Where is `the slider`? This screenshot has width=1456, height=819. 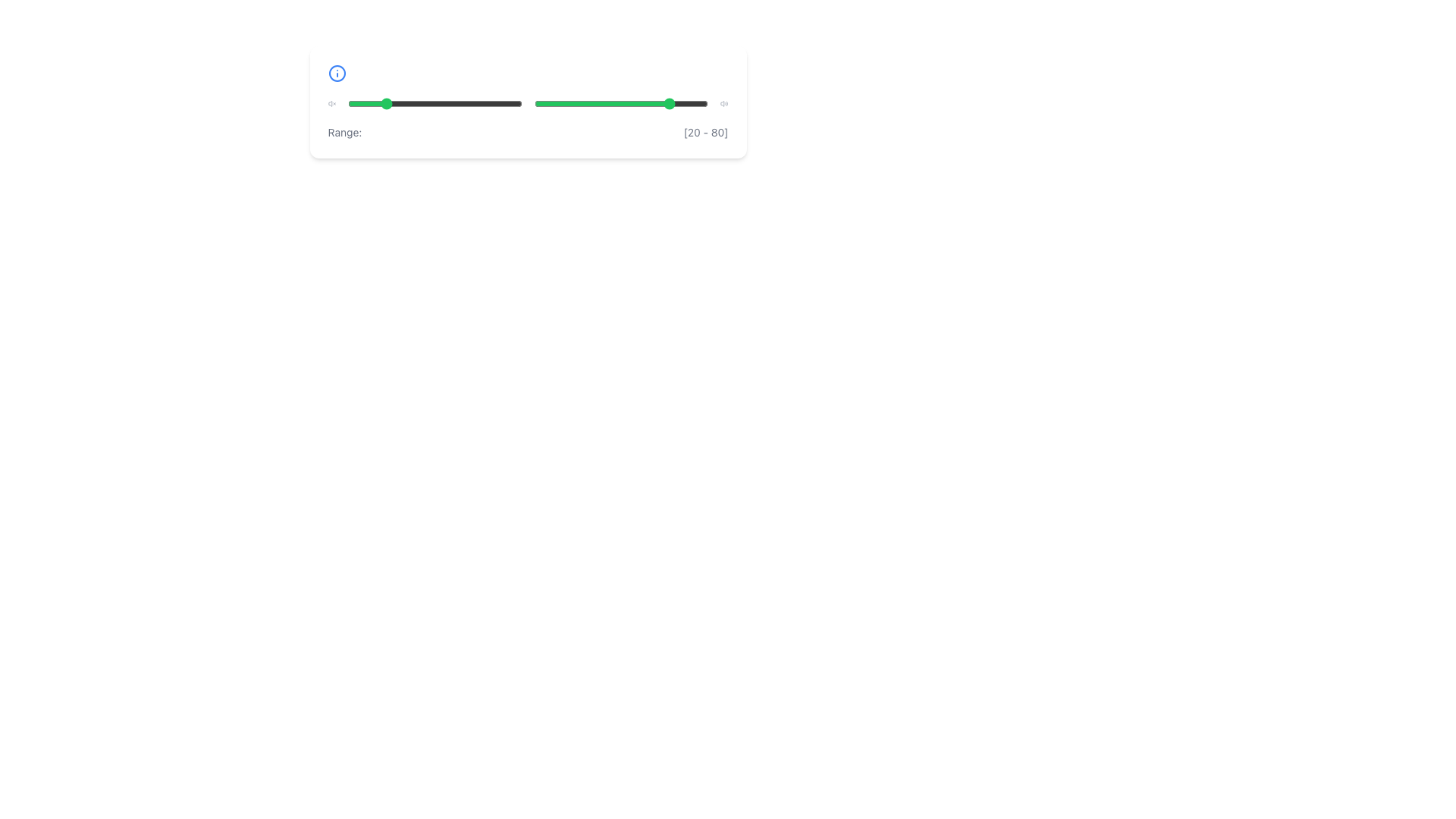
the slider is located at coordinates (415, 103).